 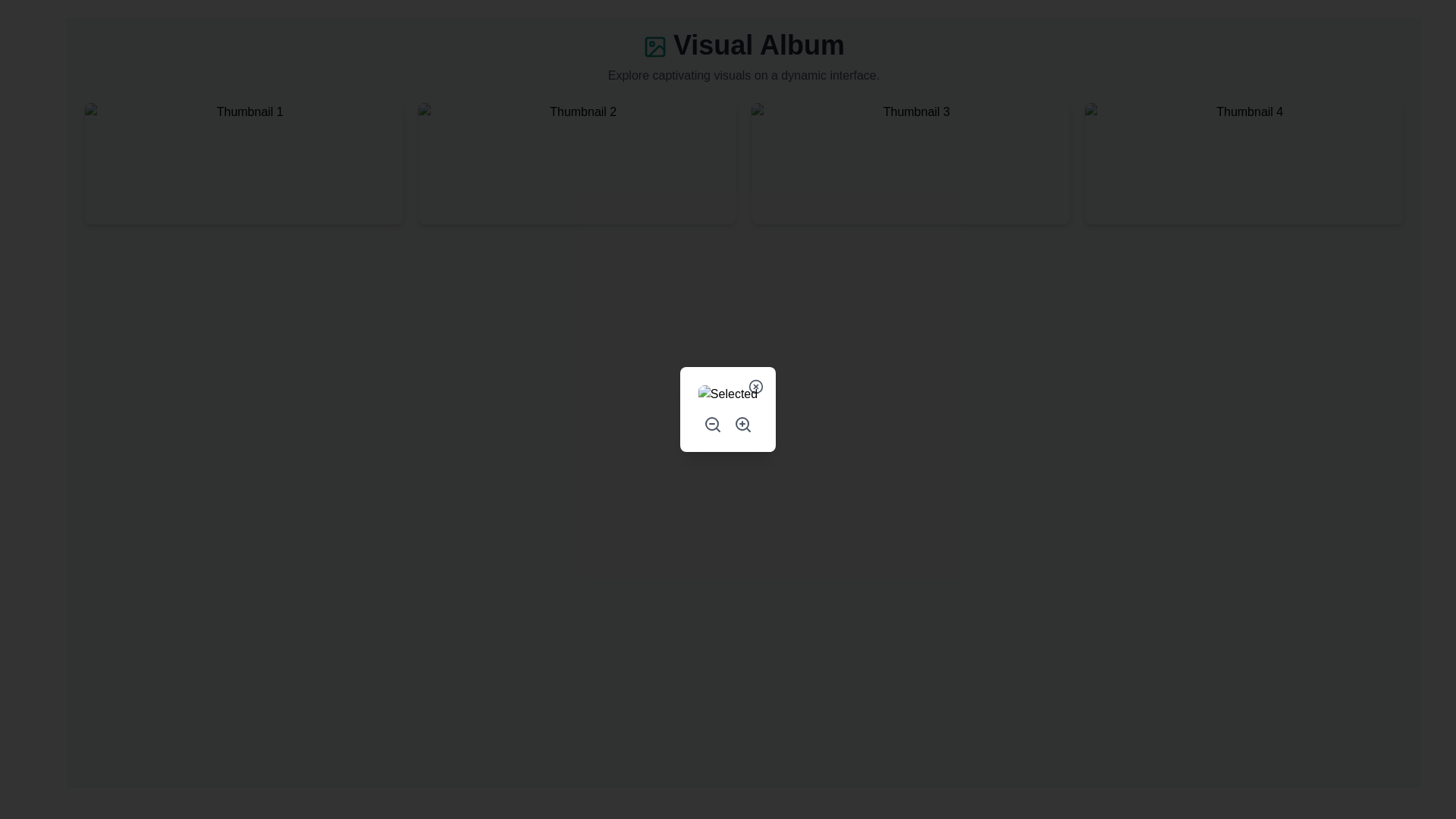 I want to click on text of the centered heading styled in large, bold typography that reads 'Visual Album' along with the subtitle 'Explore captivating visuals on a dynamic interface.', so click(x=743, y=57).